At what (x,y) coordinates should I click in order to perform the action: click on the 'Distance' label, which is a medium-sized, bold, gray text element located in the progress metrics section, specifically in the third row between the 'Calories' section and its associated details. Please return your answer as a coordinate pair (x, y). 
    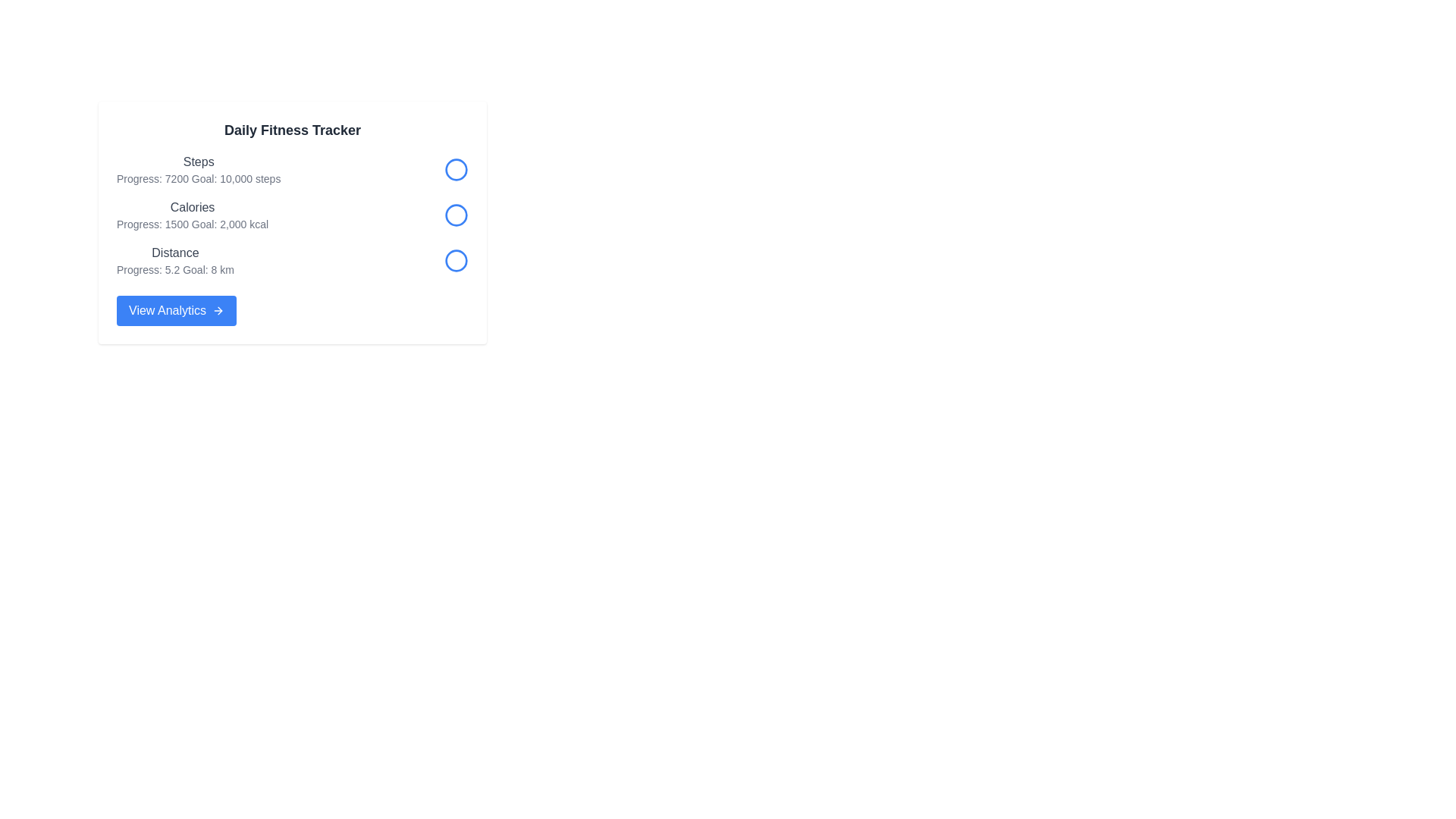
    Looking at the image, I should click on (175, 253).